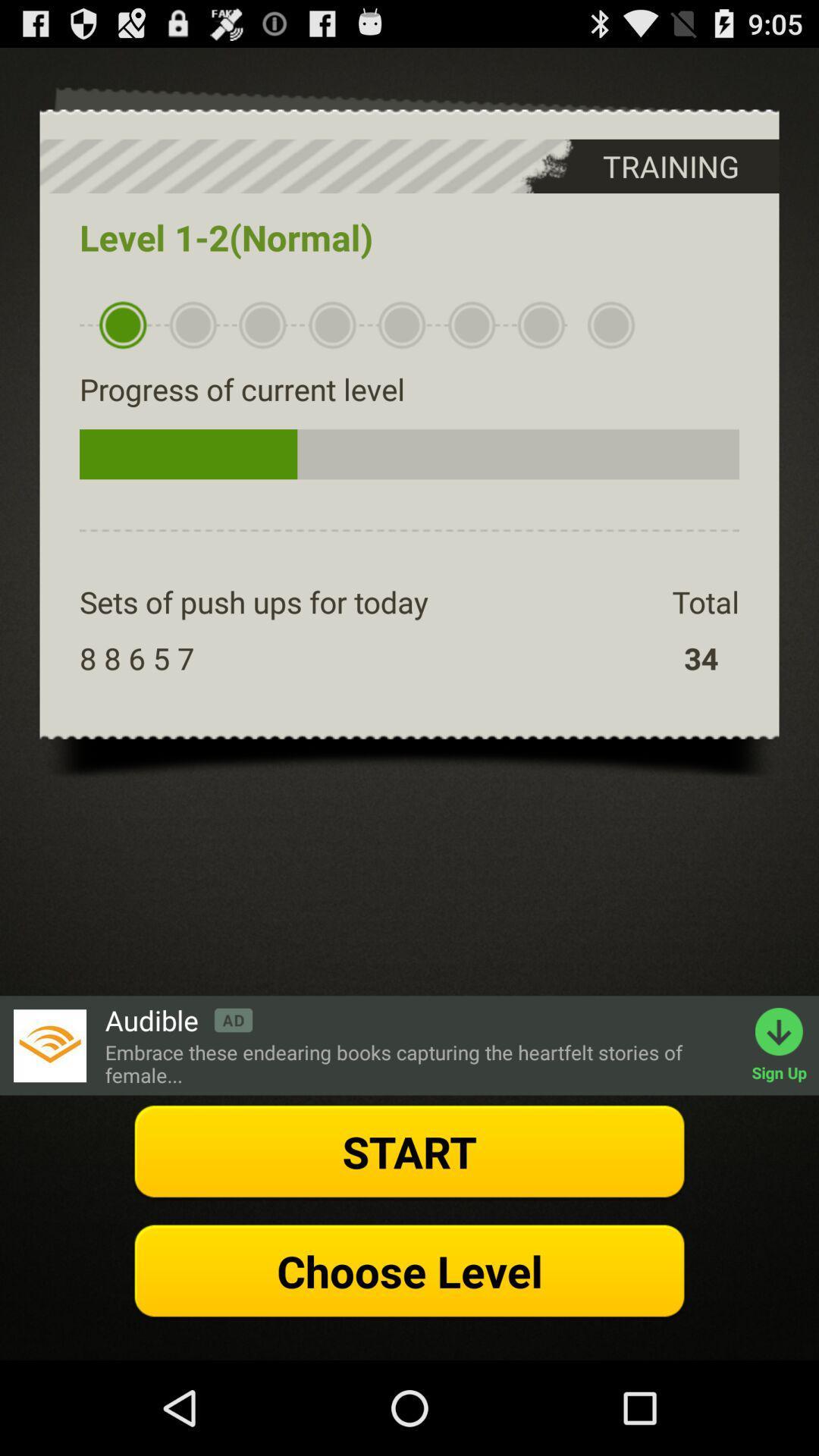  What do you see at coordinates (541, 325) in the screenshot?
I see `the seventh bullet below level 12 normal` at bounding box center [541, 325].